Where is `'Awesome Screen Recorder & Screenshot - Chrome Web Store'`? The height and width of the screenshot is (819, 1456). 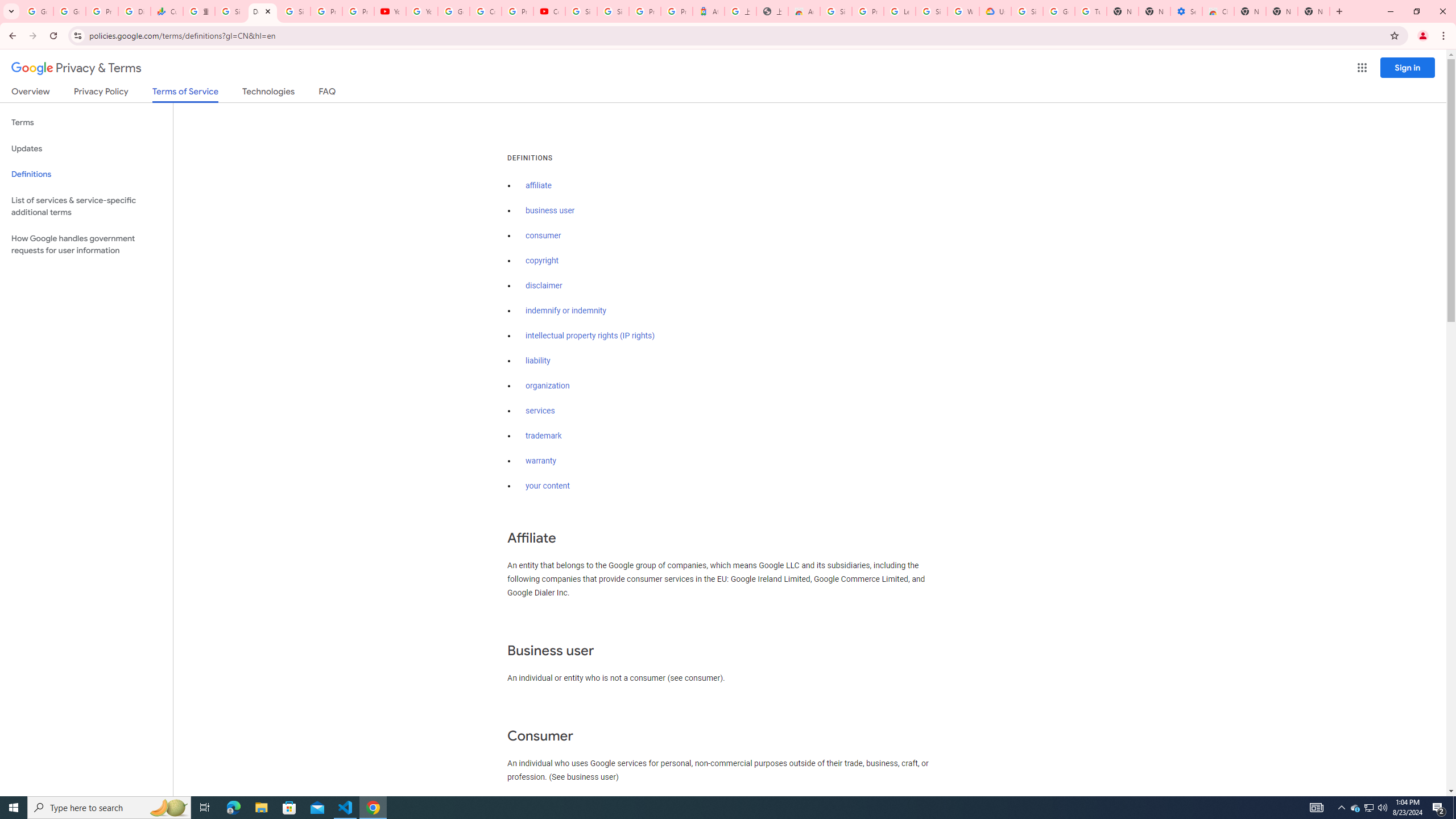 'Awesome Screen Recorder & Screenshot - Chrome Web Store' is located at coordinates (804, 11).